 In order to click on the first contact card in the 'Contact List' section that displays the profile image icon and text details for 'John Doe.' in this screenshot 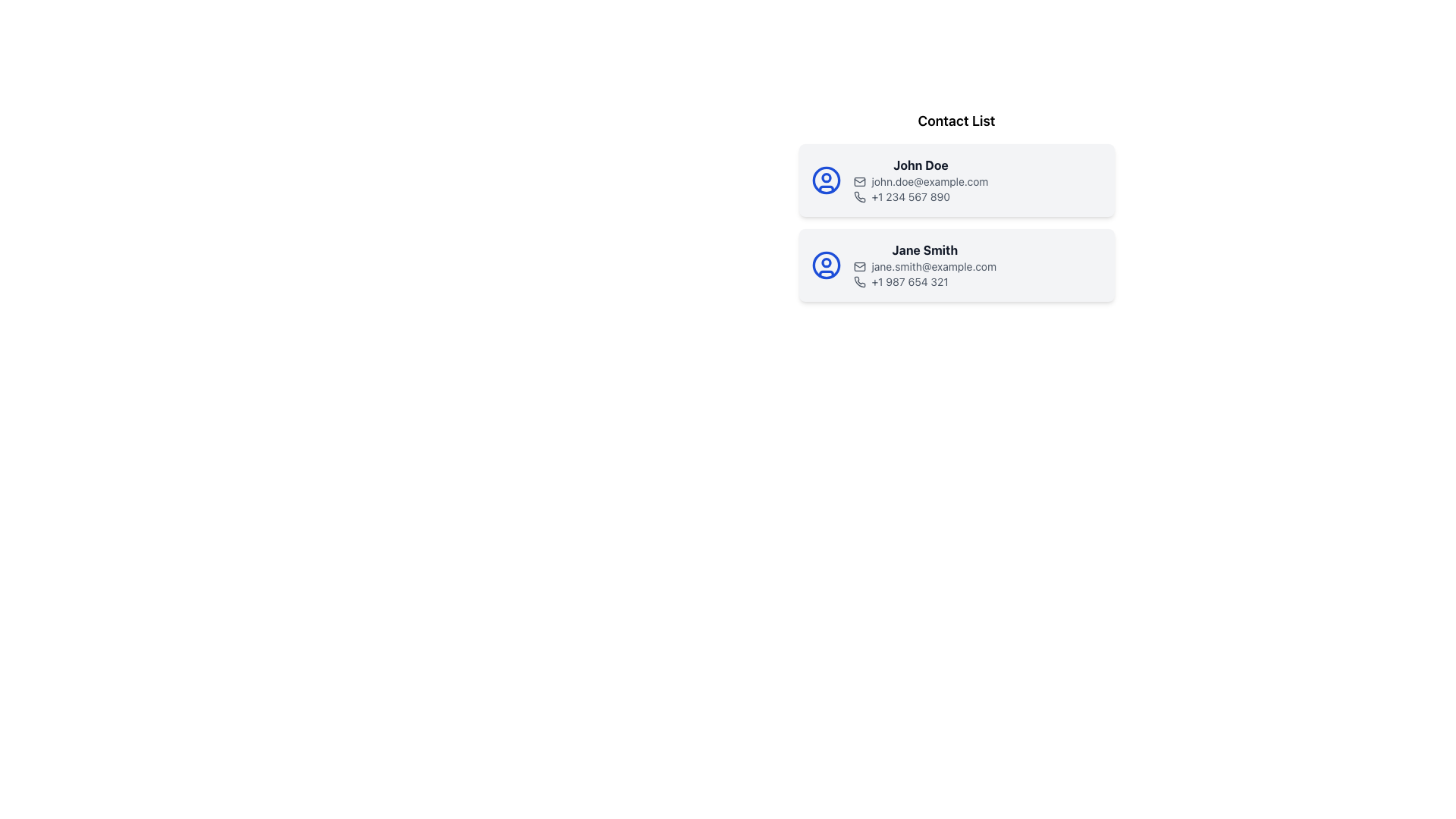, I will do `click(955, 180)`.